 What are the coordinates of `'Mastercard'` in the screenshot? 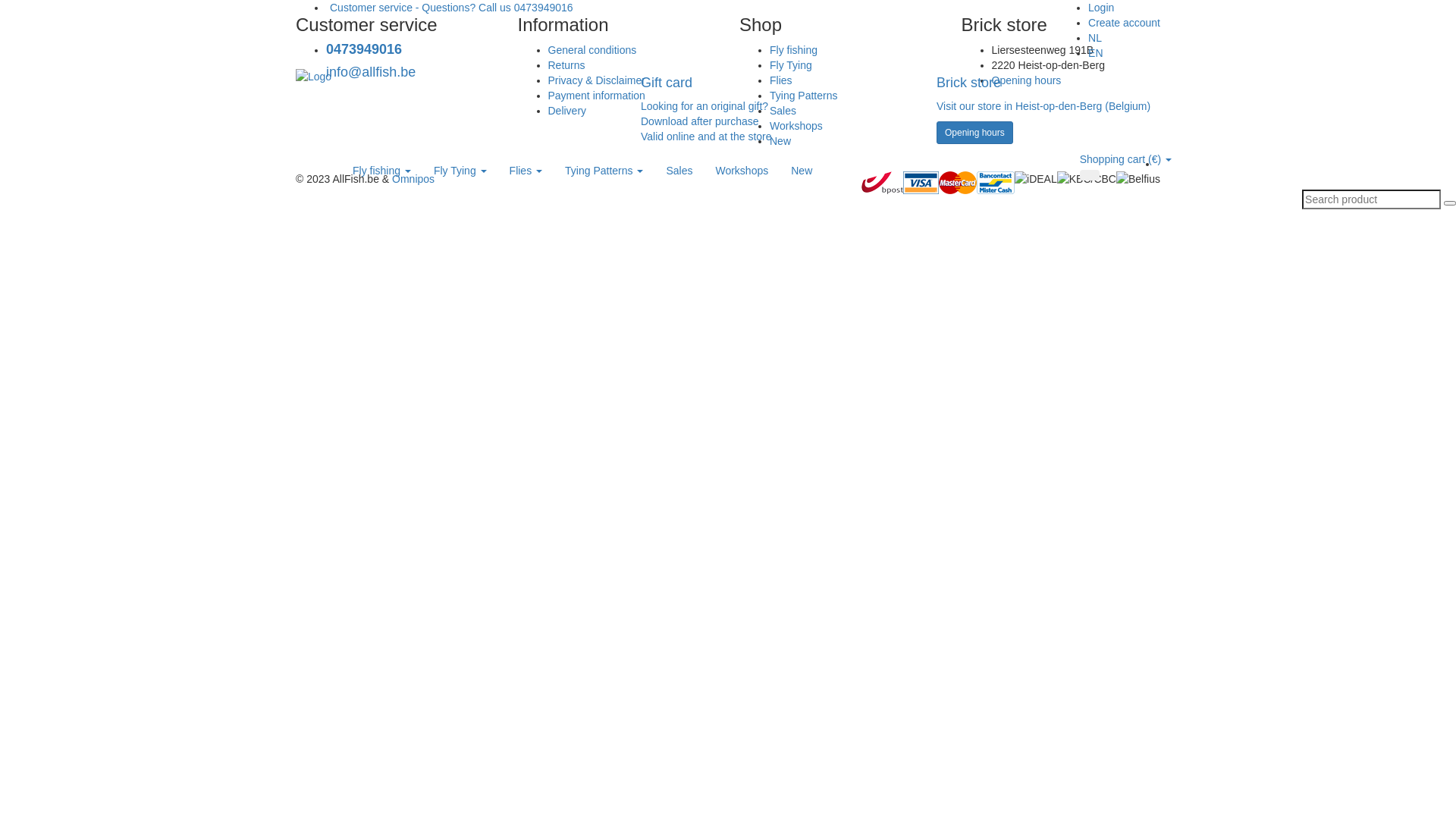 It's located at (956, 181).